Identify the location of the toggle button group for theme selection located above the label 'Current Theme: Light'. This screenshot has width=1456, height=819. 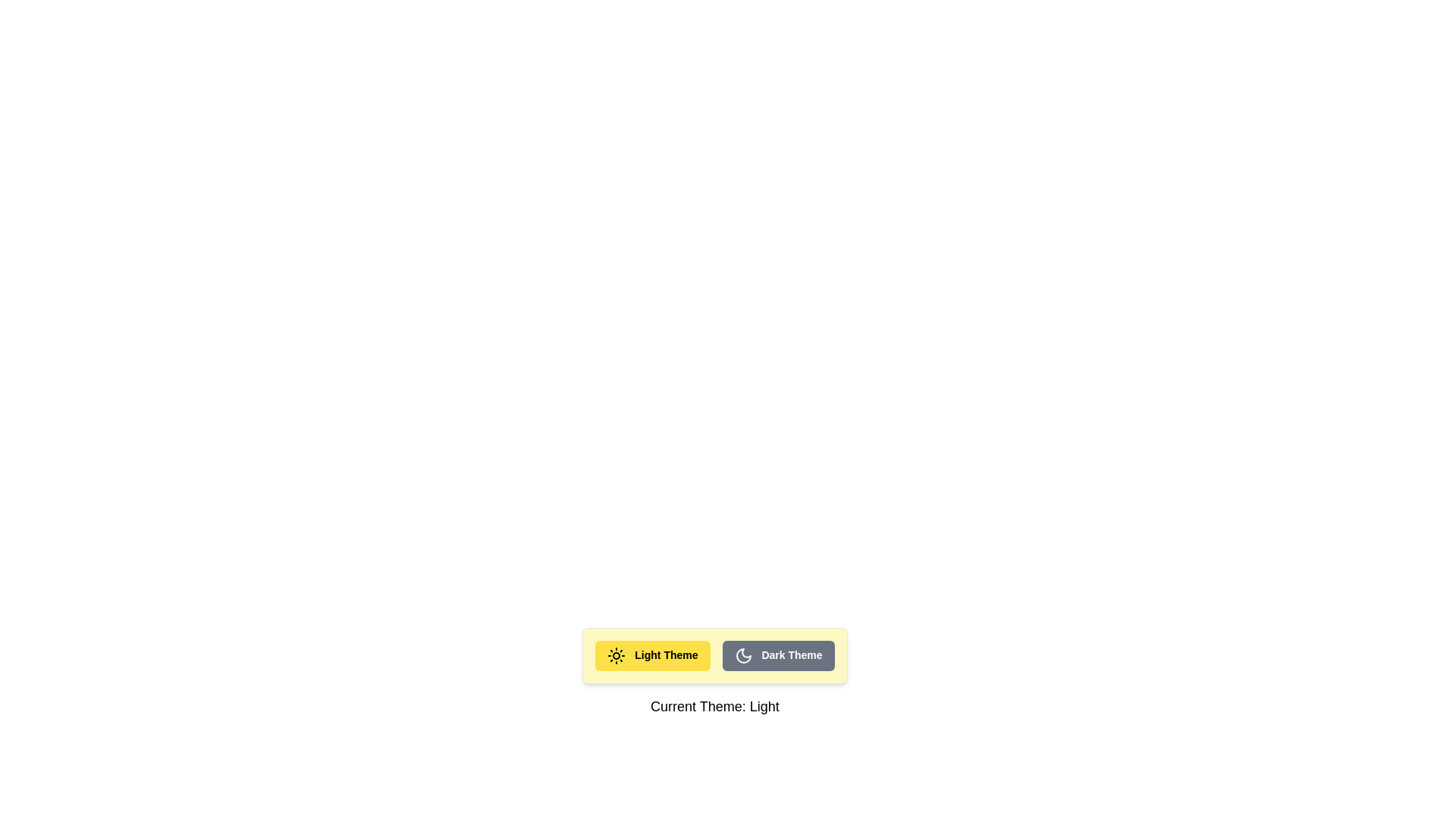
(714, 654).